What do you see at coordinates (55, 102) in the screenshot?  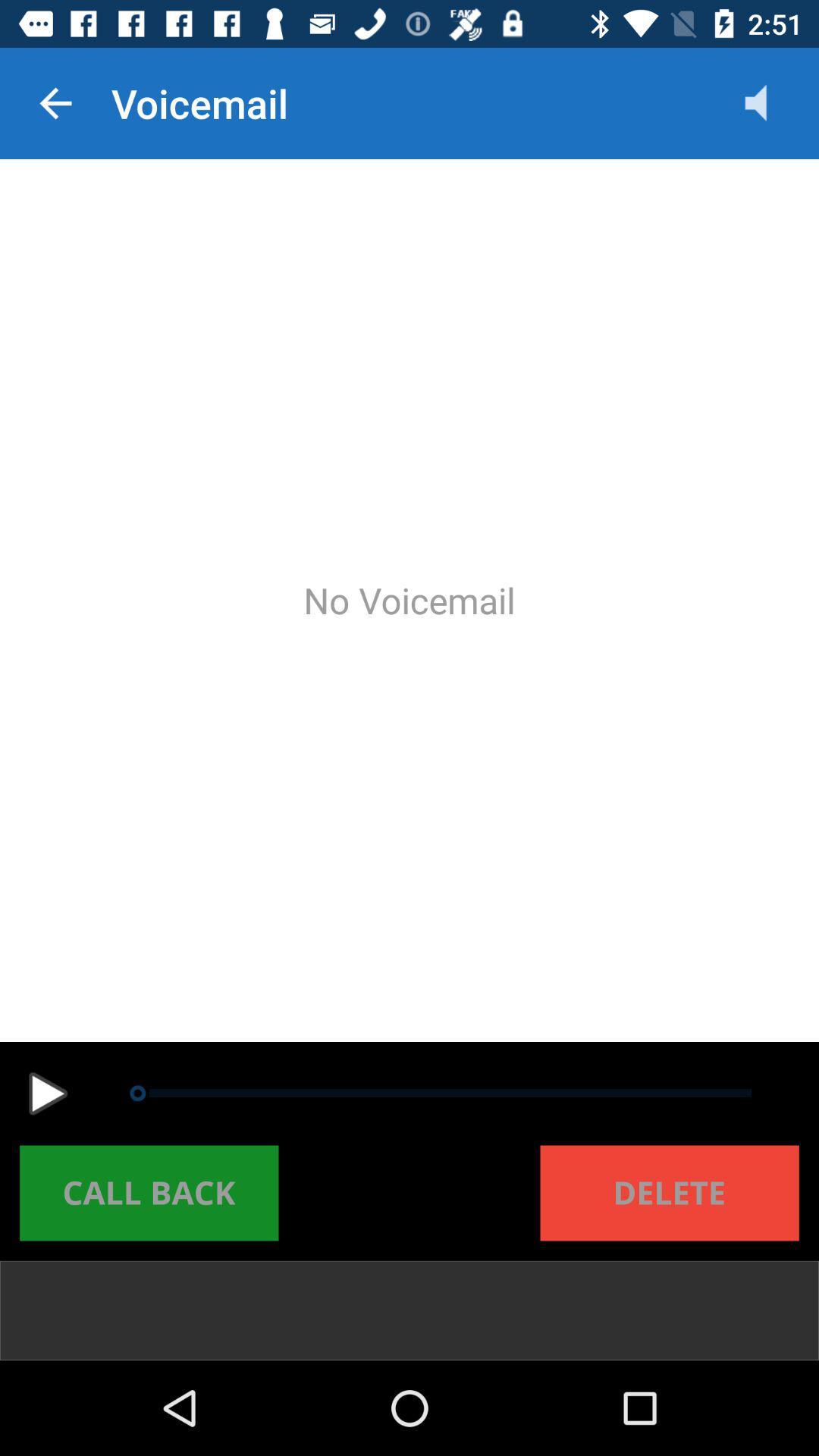 I see `the item at the top left corner` at bounding box center [55, 102].